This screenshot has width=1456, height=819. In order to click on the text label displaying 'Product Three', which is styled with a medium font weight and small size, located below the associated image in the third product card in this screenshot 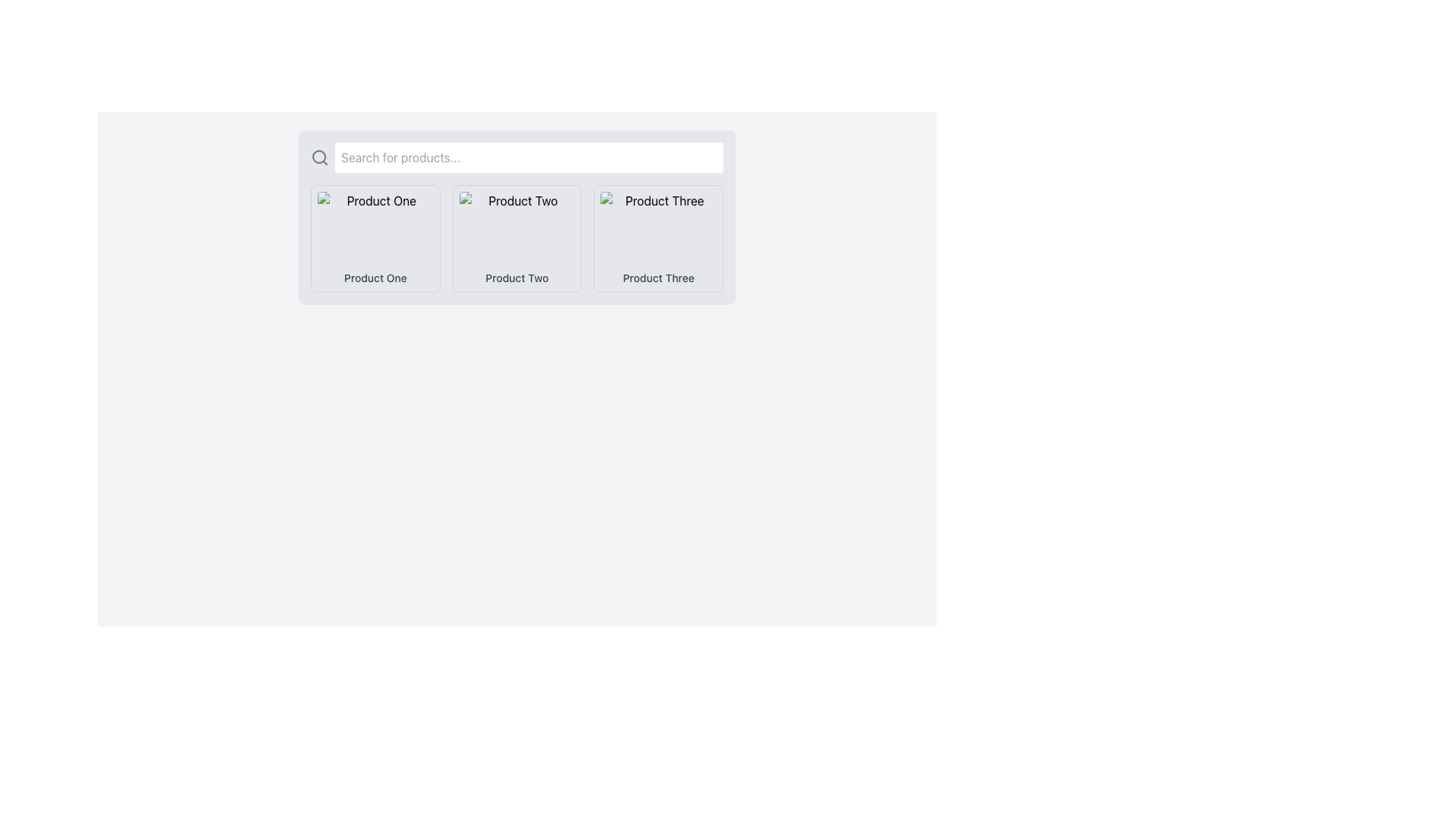, I will do `click(658, 278)`.